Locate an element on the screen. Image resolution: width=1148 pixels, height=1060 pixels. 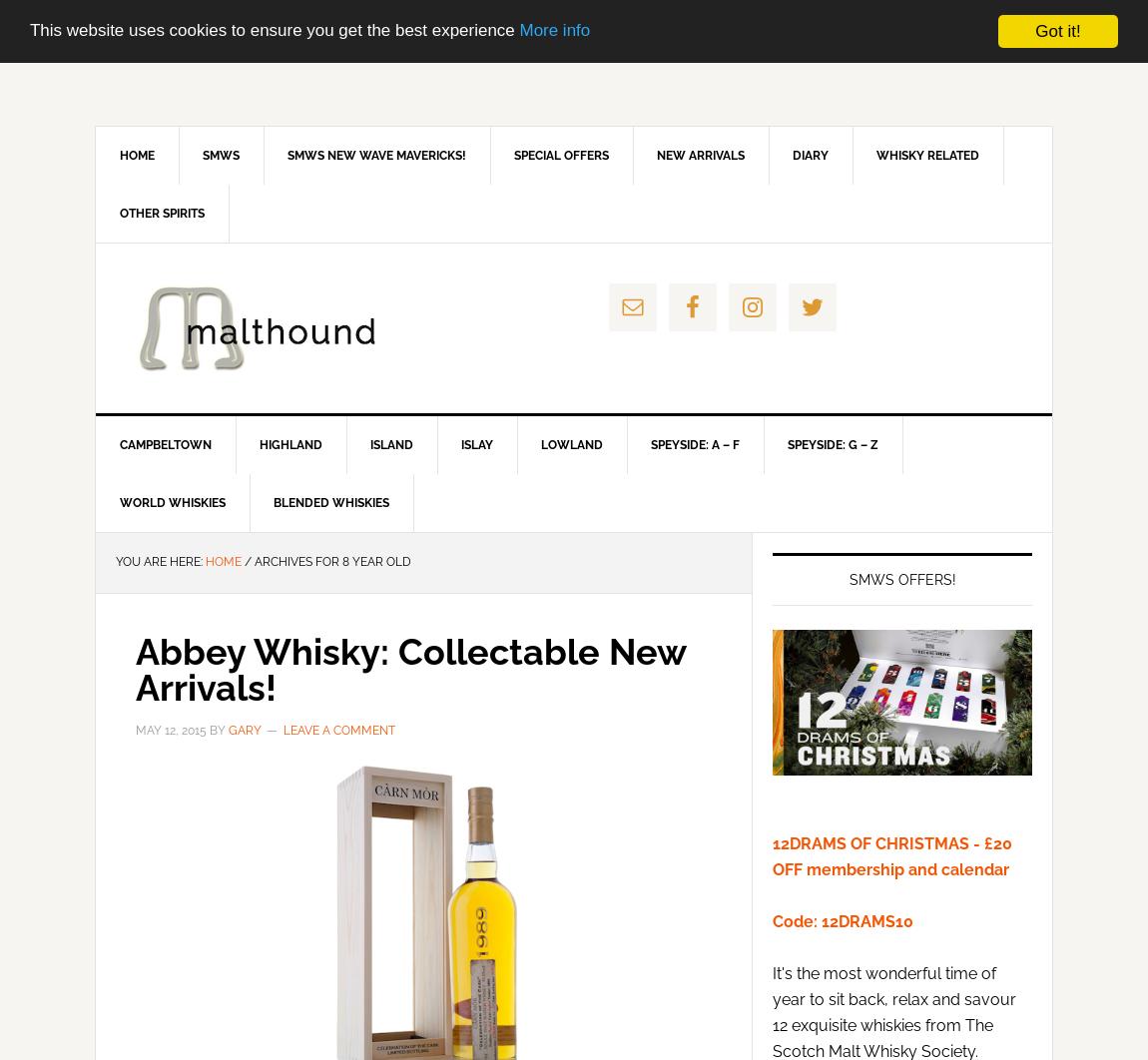
'Speyside: G – Z' is located at coordinates (832, 444).